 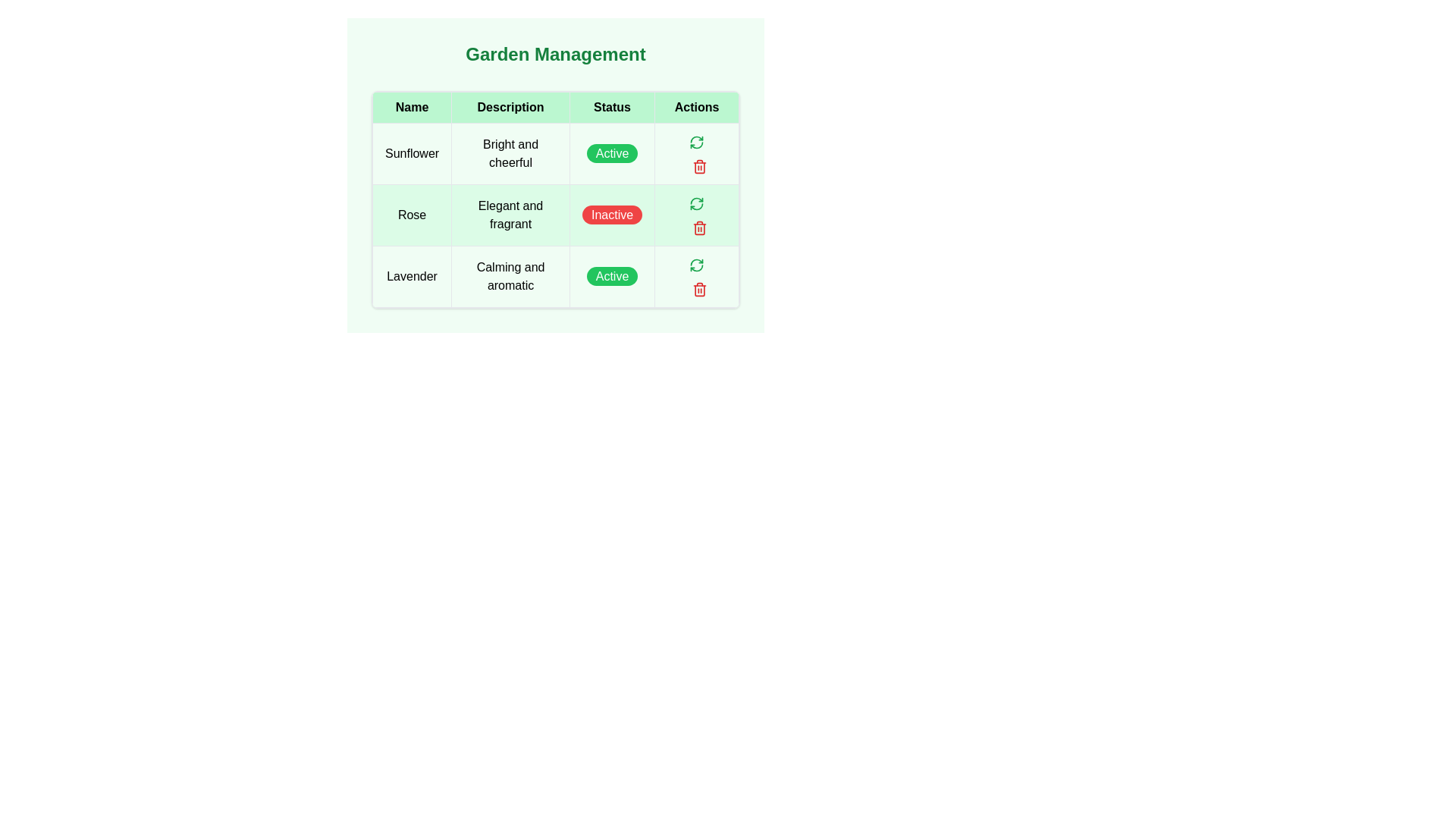 I want to click on the trash can icon button, which is red and located in the last column of the last row associated with the 'Lavender' entry in the 'Garden Management' table, to initiate the delete action, so click(x=699, y=289).